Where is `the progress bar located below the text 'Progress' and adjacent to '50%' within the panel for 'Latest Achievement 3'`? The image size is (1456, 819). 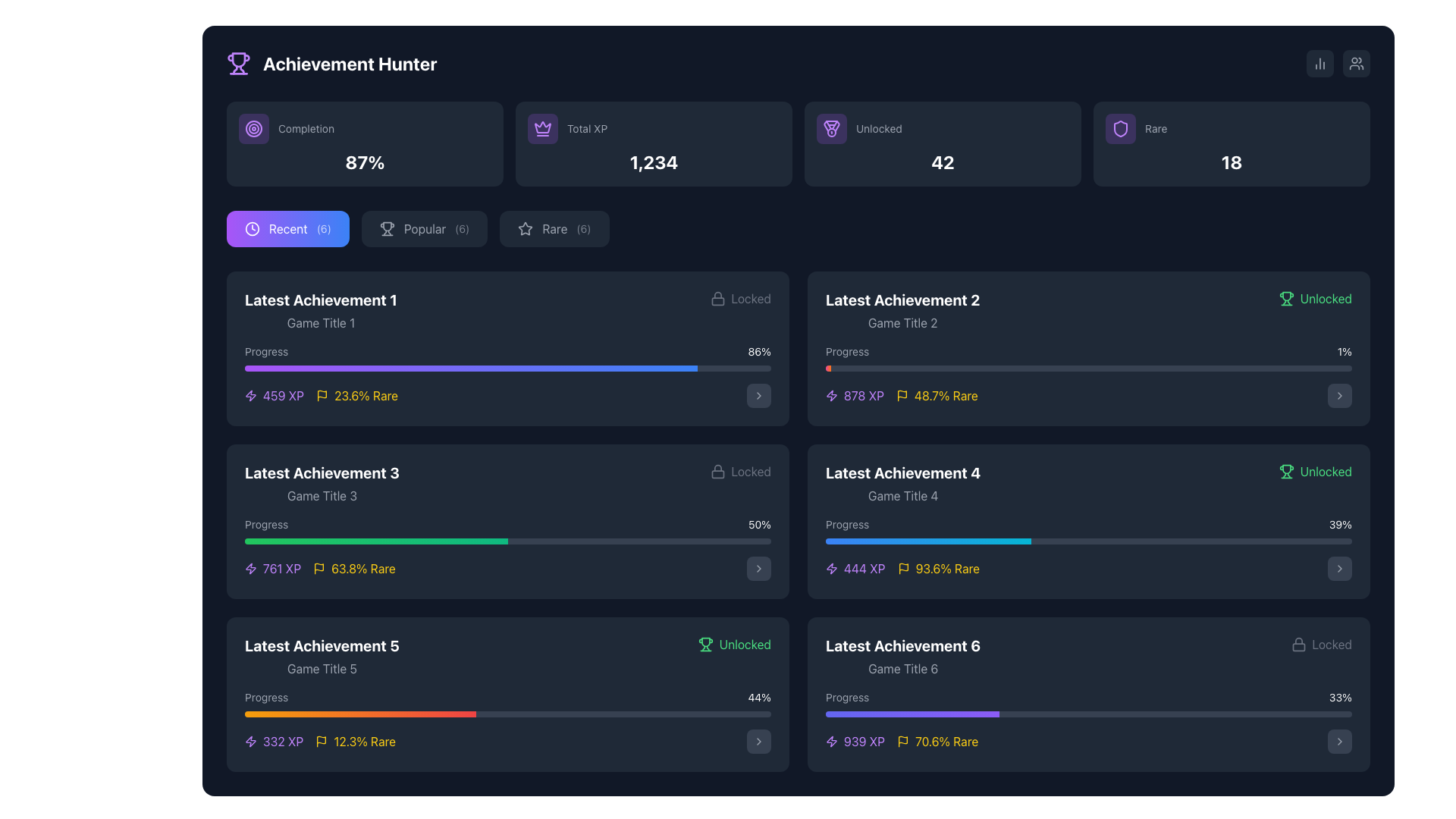 the progress bar located below the text 'Progress' and adjacent to '50%' within the panel for 'Latest Achievement 3' is located at coordinates (508, 540).